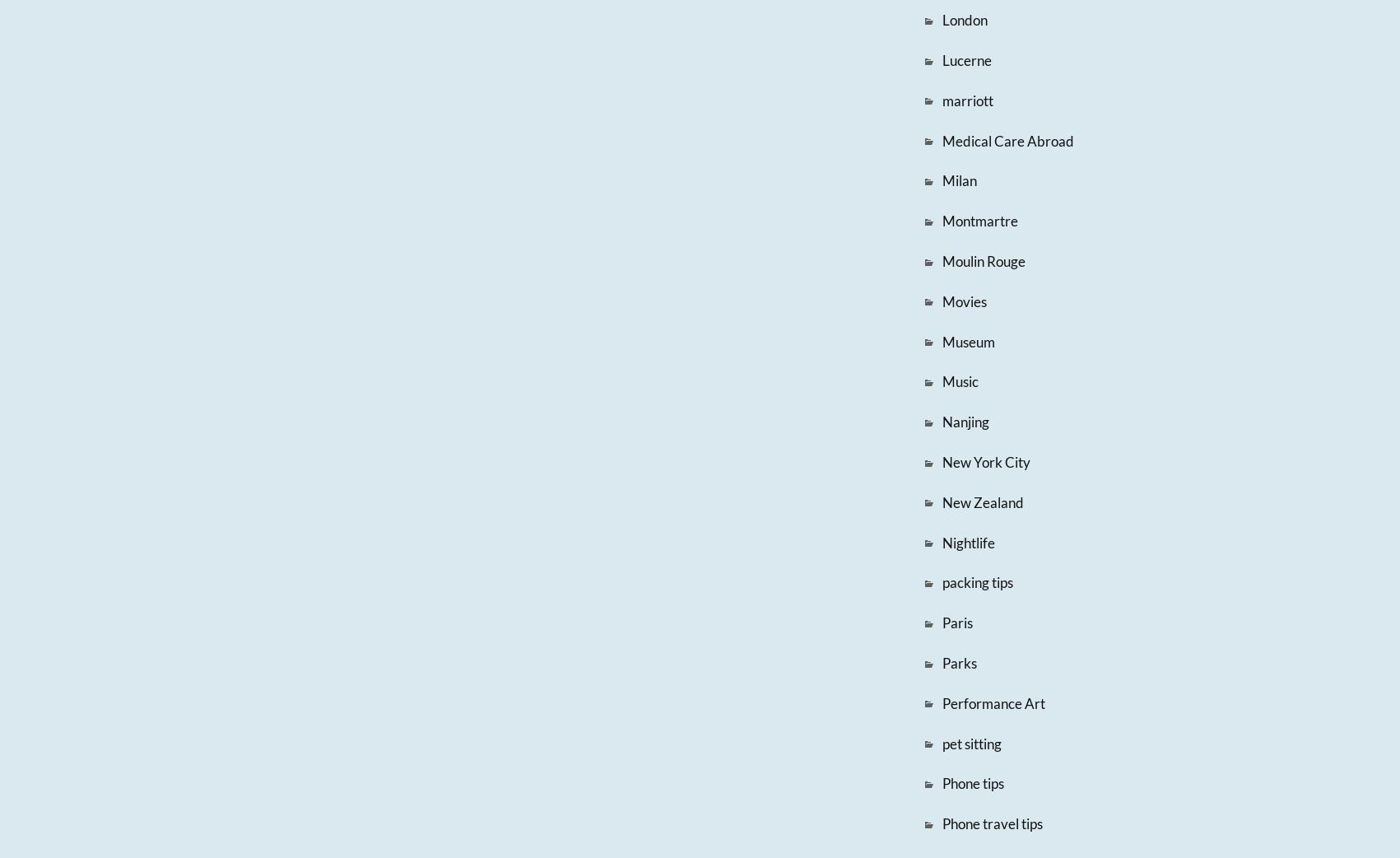 Image resolution: width=1400 pixels, height=858 pixels. What do you see at coordinates (964, 422) in the screenshot?
I see `'Nanjing'` at bounding box center [964, 422].